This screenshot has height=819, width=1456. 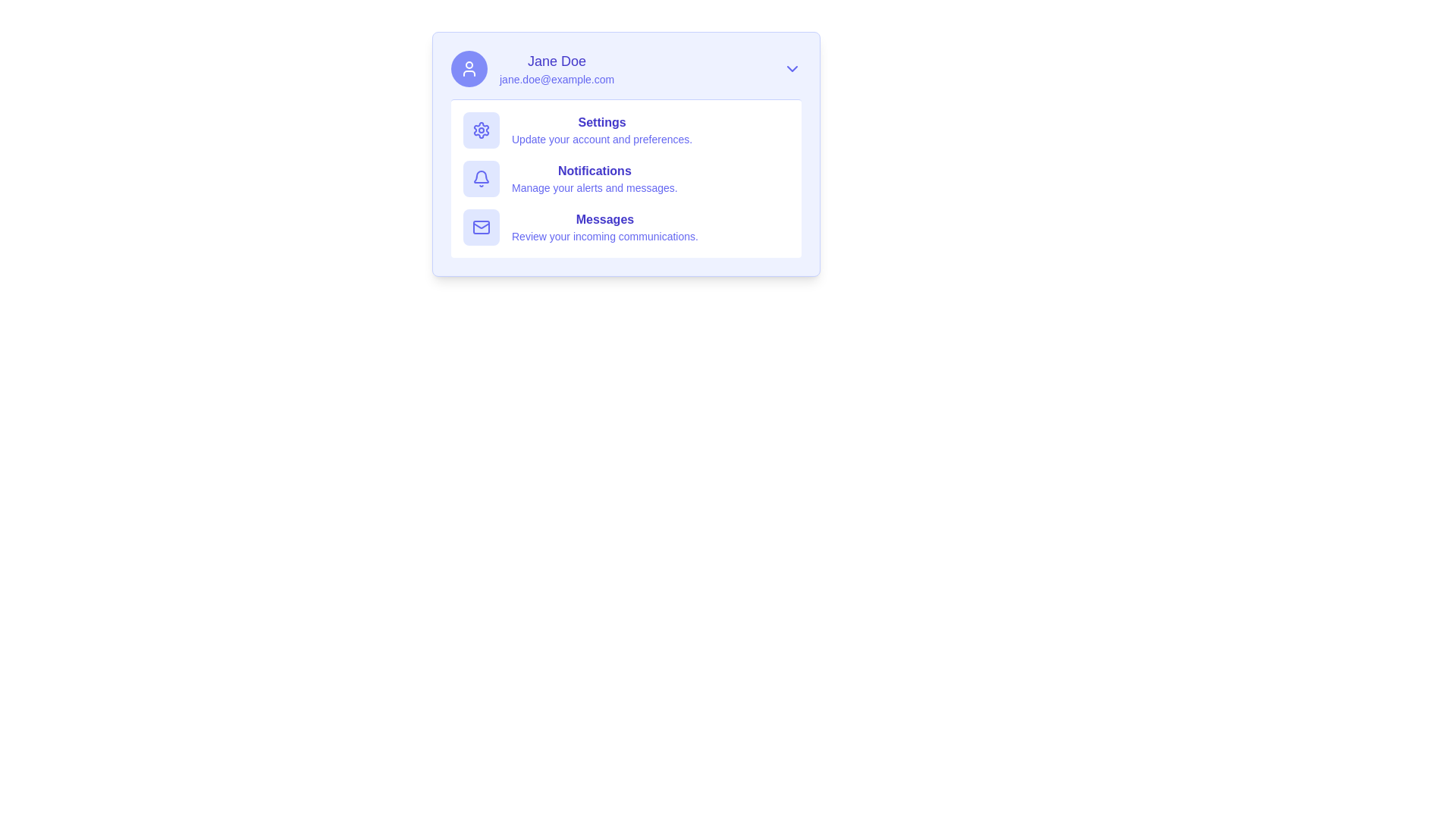 What do you see at coordinates (594, 177) in the screenshot?
I see `the second menu list item for managing notifications and messages for keyboard navigation` at bounding box center [594, 177].